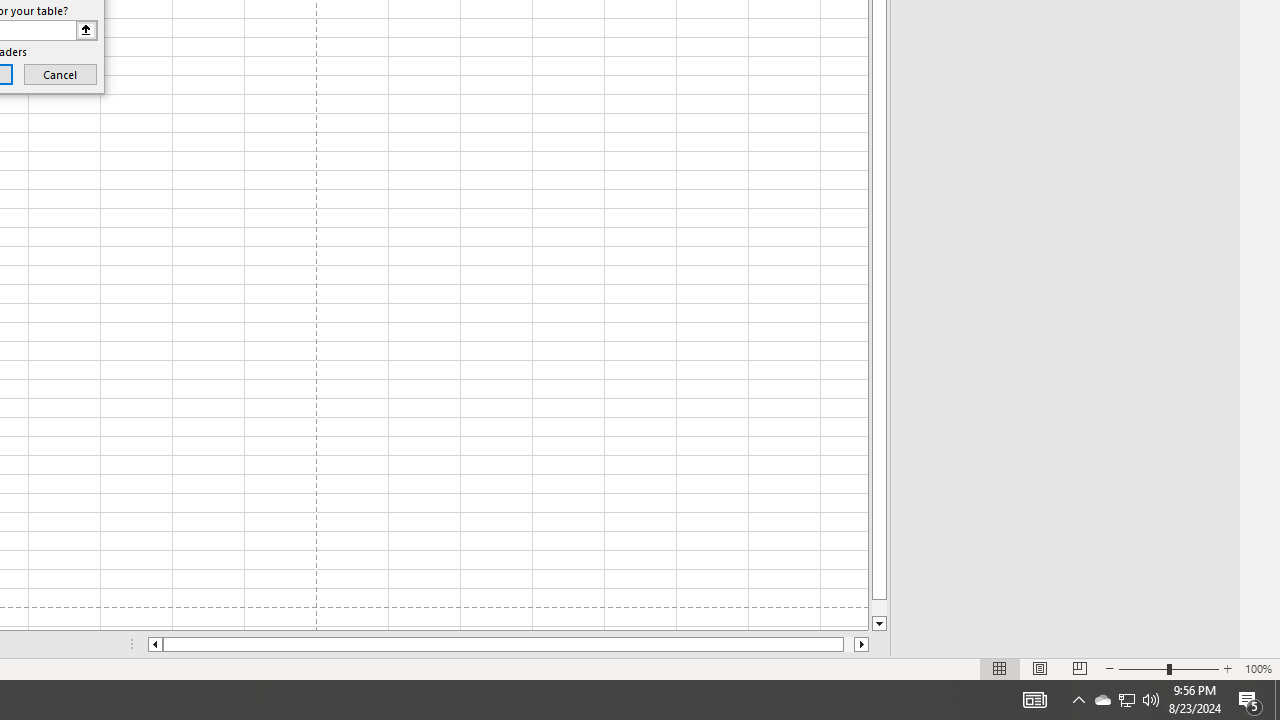 This screenshot has height=720, width=1280. I want to click on 'Column right', so click(862, 644).